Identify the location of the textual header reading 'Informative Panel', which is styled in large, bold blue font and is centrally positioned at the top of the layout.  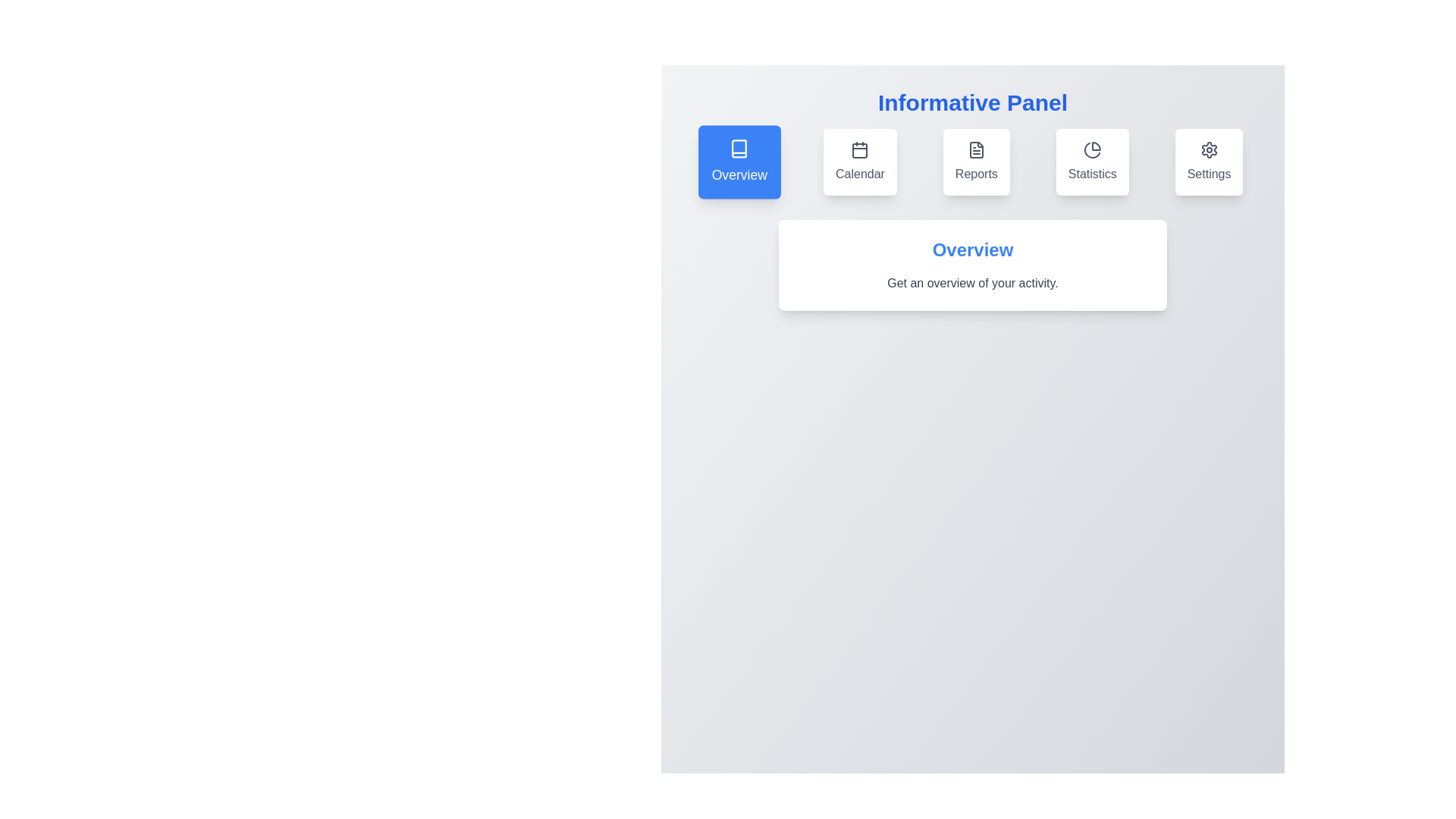
(972, 102).